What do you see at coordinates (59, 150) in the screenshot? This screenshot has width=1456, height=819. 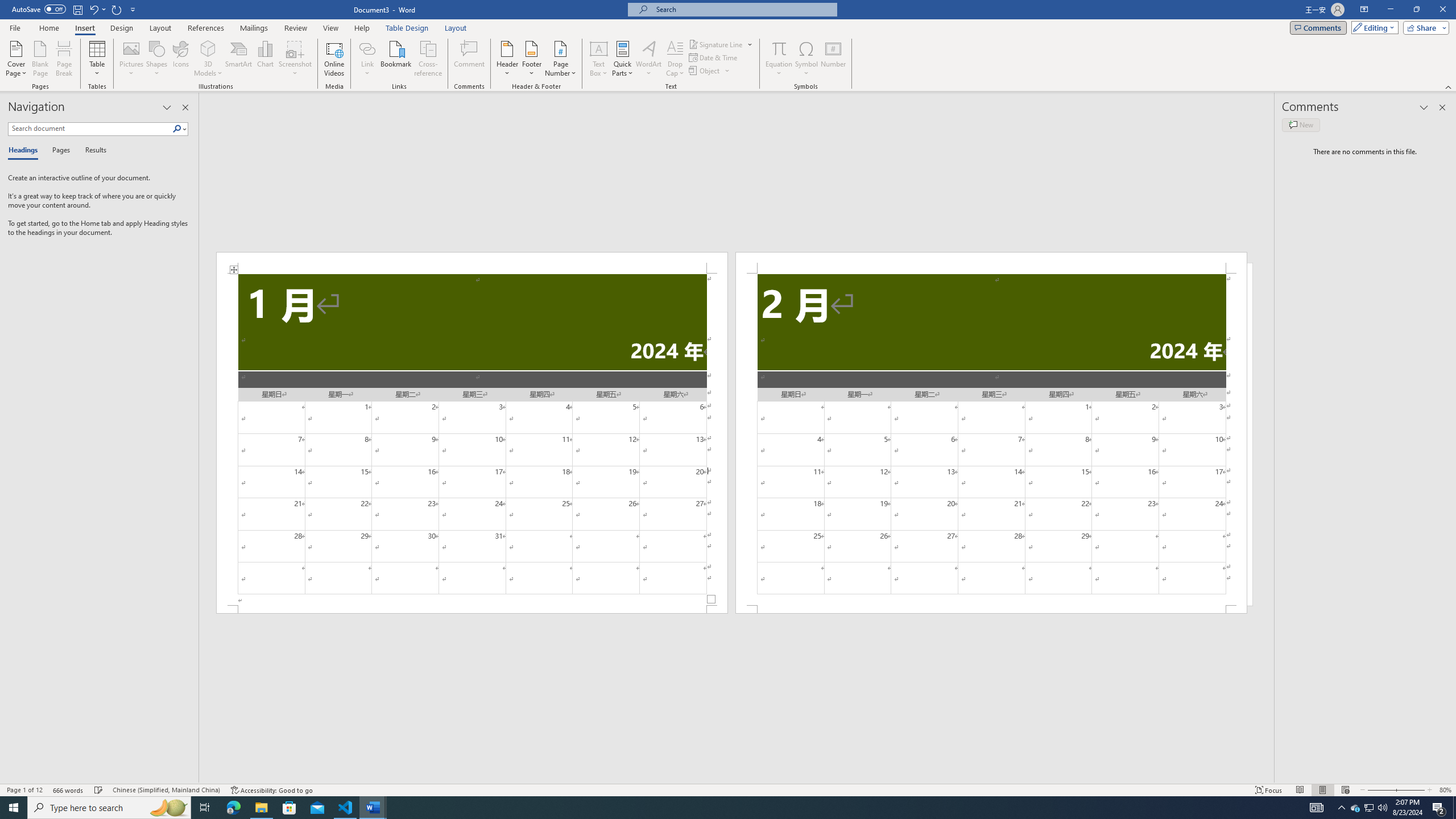 I see `'Pages'` at bounding box center [59, 150].